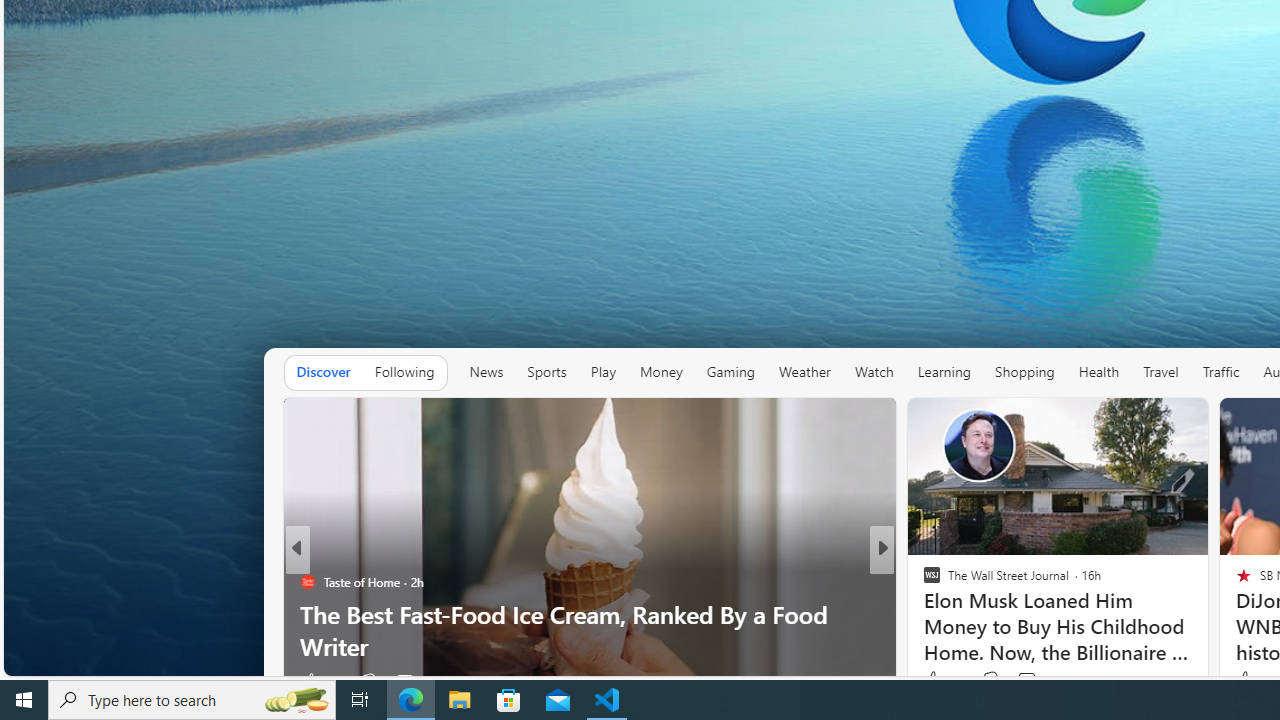  Describe the element at coordinates (1097, 372) in the screenshot. I see `'Health'` at that location.